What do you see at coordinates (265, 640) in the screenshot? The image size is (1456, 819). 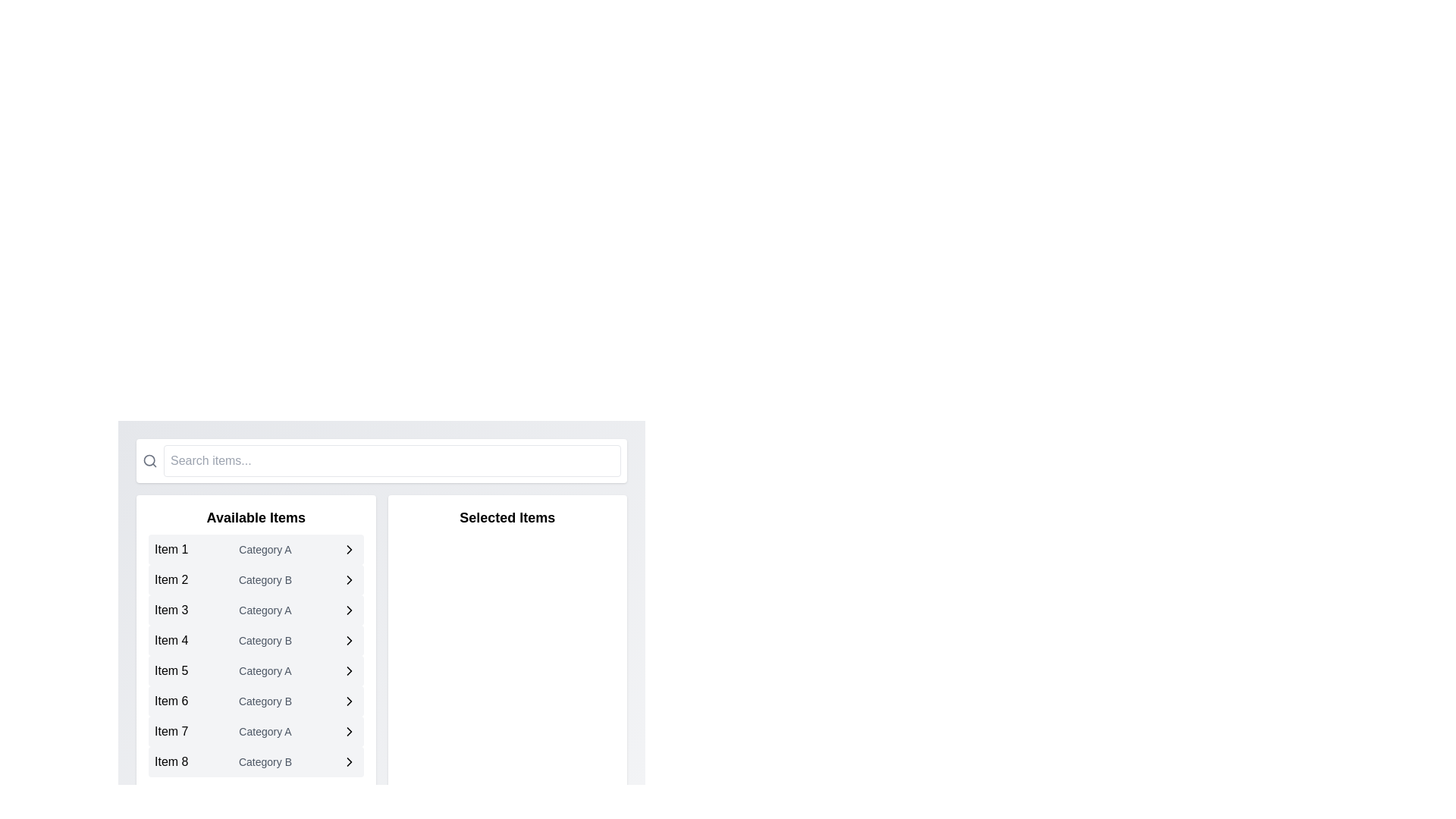 I see `the text label displaying 'Category B', which is part of the fourth item in the 'Available Items' section` at bounding box center [265, 640].